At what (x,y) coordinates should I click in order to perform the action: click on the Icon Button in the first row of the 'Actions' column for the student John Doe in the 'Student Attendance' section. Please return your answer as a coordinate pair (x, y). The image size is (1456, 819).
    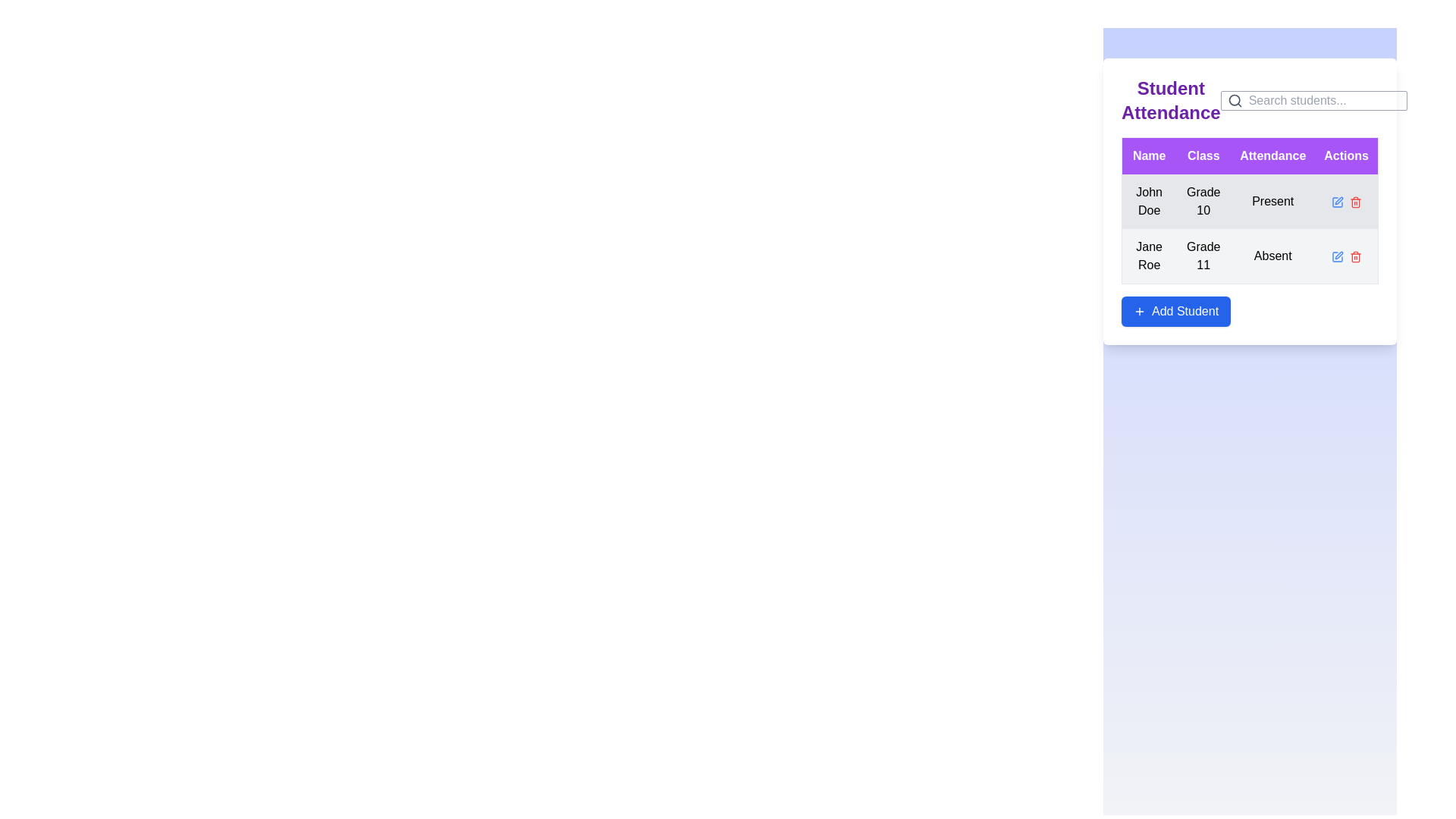
    Looking at the image, I should click on (1337, 201).